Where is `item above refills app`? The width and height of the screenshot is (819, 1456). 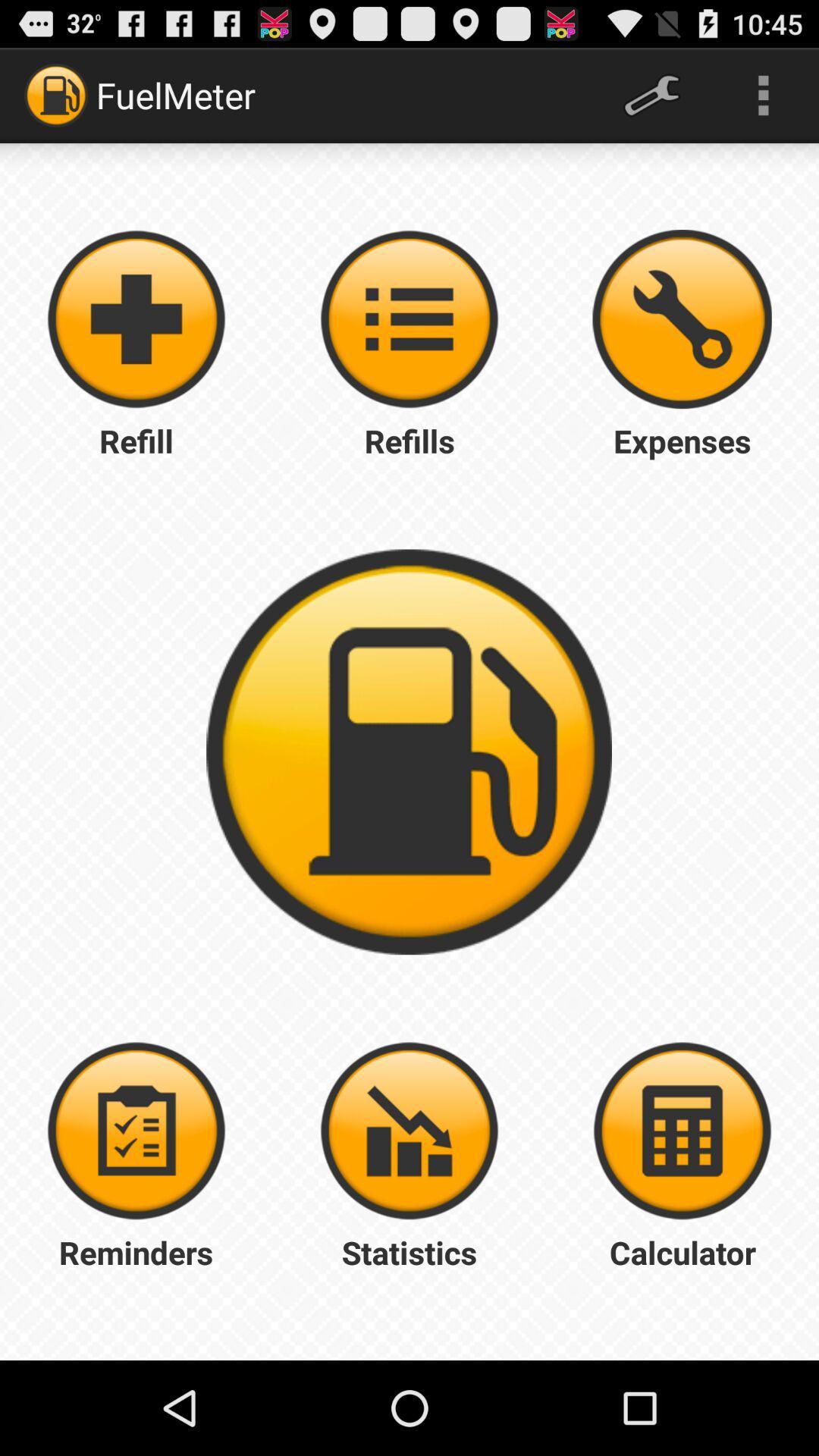 item above refills app is located at coordinates (681, 318).